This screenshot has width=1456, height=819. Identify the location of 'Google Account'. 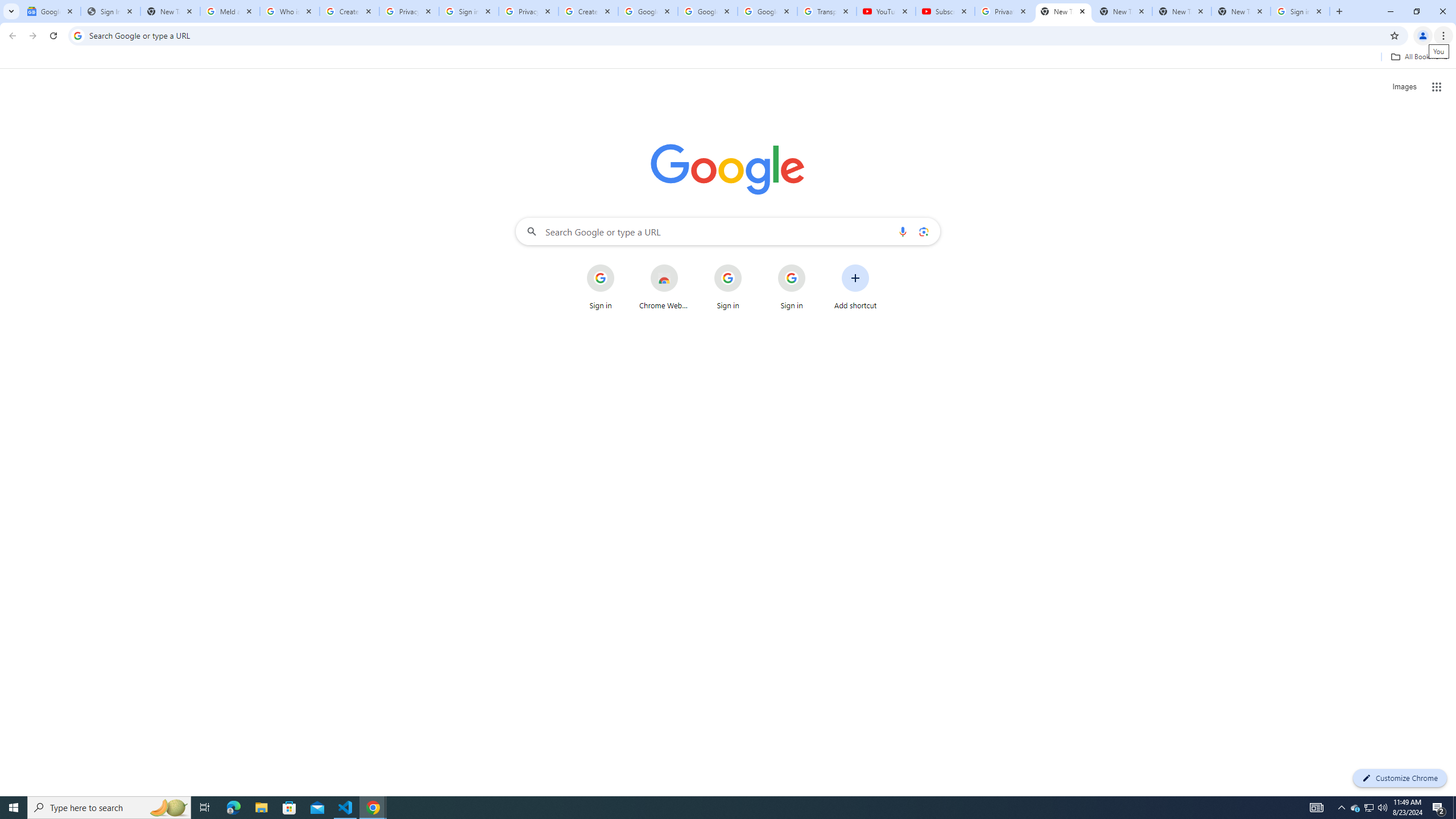
(767, 11).